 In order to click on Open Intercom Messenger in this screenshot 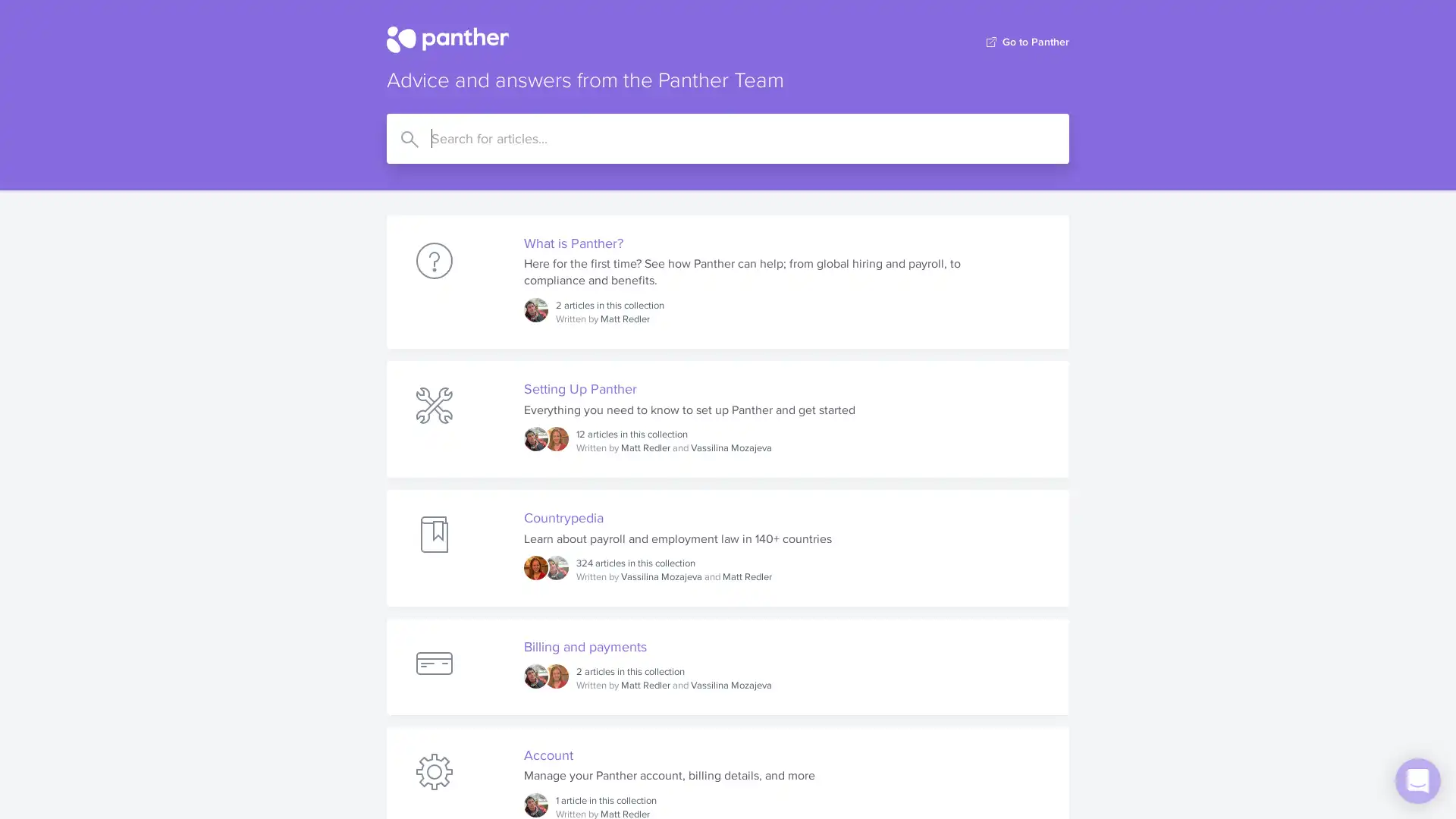, I will do `click(1417, 780)`.